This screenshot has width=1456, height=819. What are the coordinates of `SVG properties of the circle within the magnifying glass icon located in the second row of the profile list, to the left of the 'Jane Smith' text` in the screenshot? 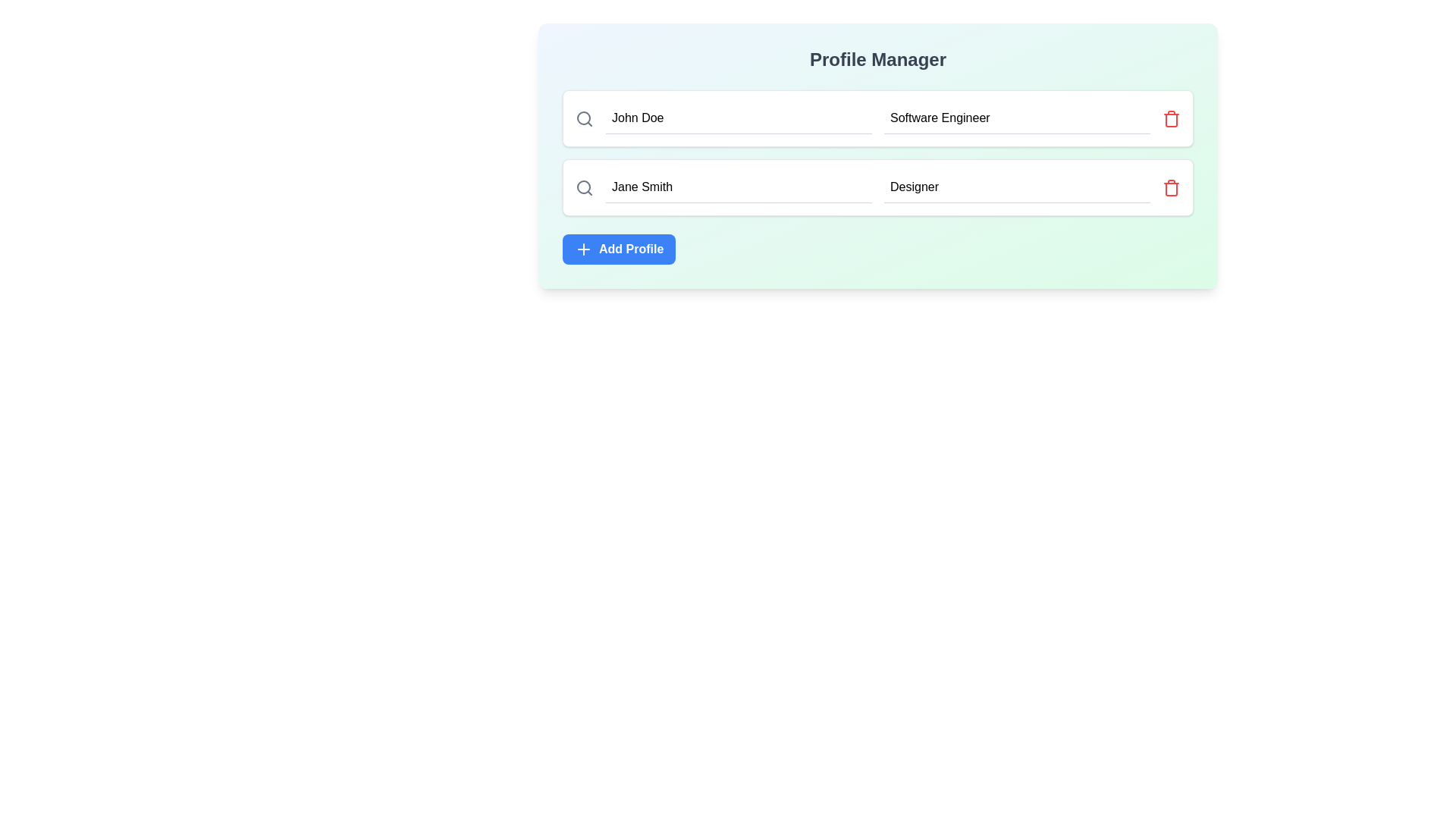 It's located at (582, 186).